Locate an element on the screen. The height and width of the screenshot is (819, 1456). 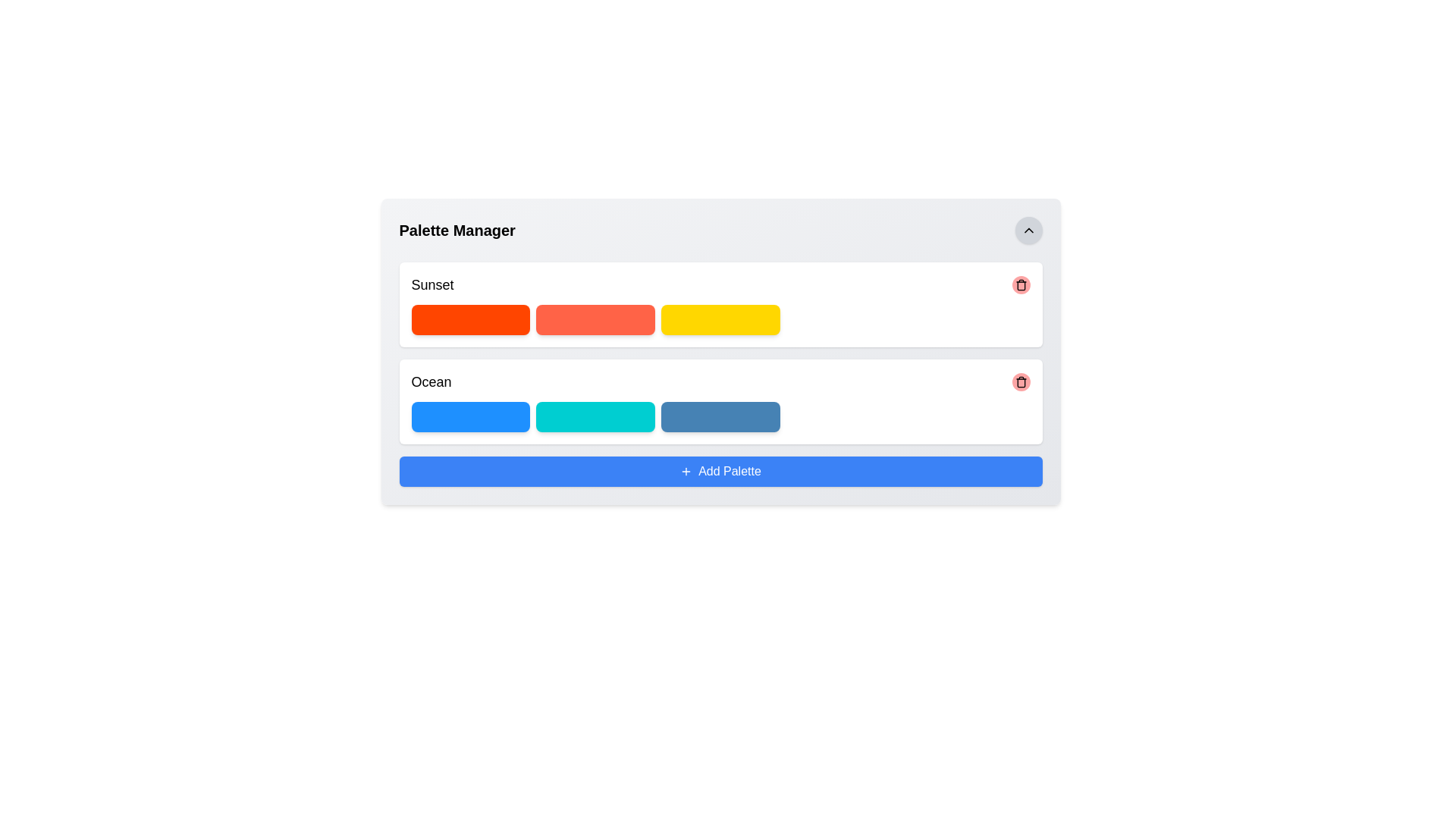
the third color block in the 'Ocean' section, which is part of a grid layout displaying color samples is located at coordinates (720, 417).